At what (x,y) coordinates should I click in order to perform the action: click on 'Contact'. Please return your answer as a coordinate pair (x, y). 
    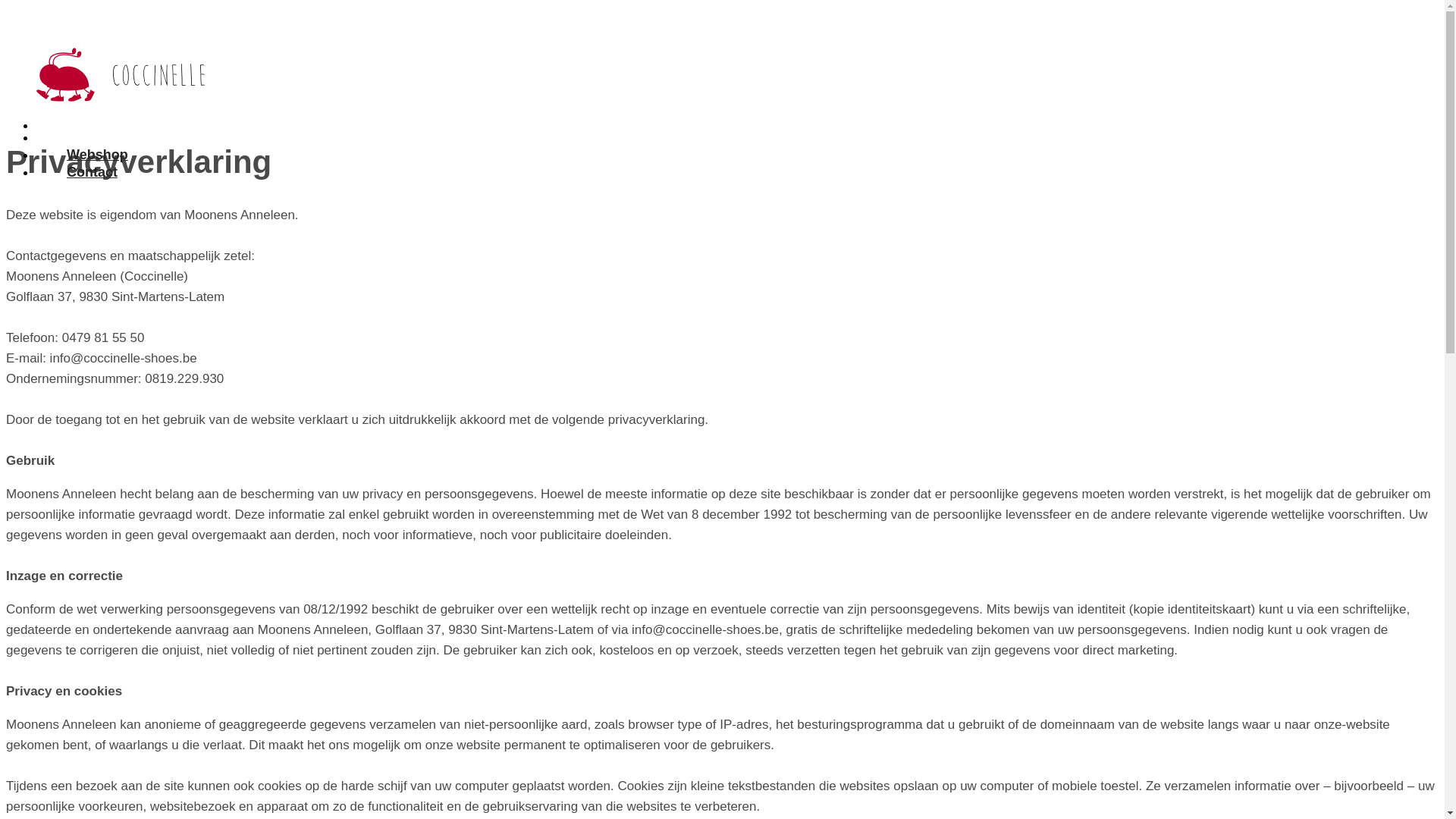
    Looking at the image, I should click on (119, 150).